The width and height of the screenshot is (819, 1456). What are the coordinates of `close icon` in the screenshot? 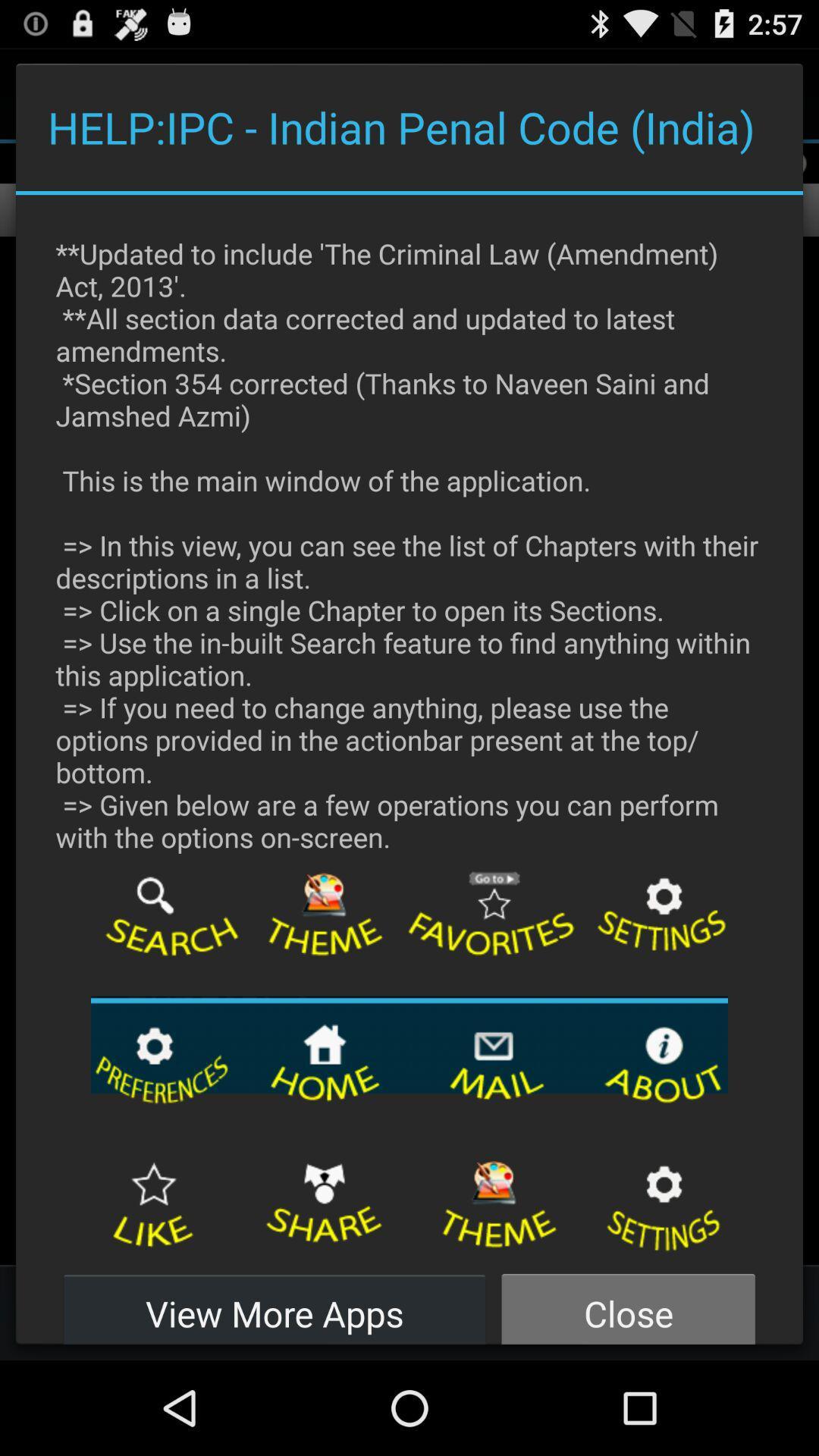 It's located at (628, 1304).